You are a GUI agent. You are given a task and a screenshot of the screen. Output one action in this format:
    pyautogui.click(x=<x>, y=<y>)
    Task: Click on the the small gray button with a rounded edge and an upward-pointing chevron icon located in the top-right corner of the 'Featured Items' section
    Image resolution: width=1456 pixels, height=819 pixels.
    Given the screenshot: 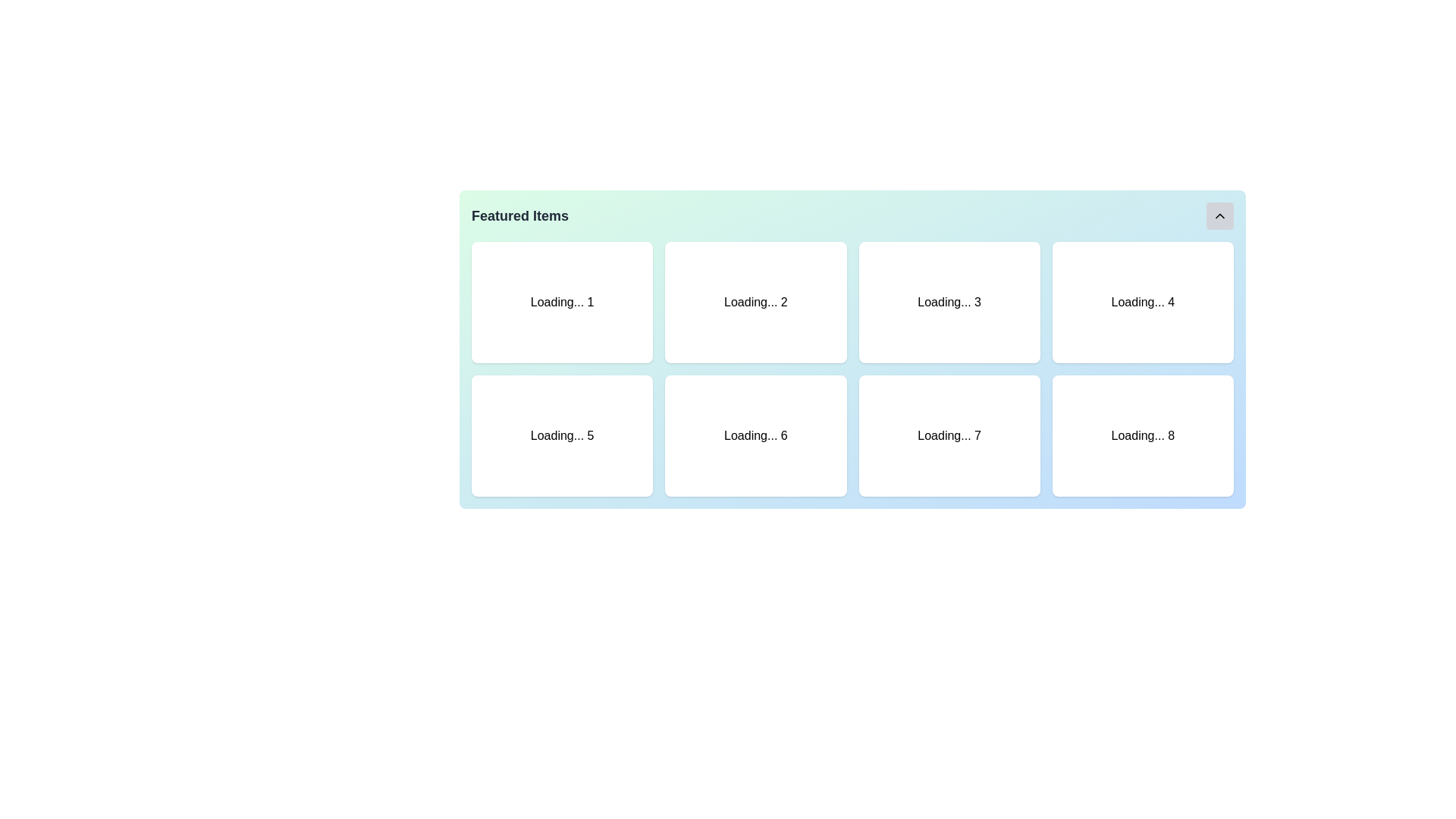 What is the action you would take?
    pyautogui.click(x=1219, y=216)
    